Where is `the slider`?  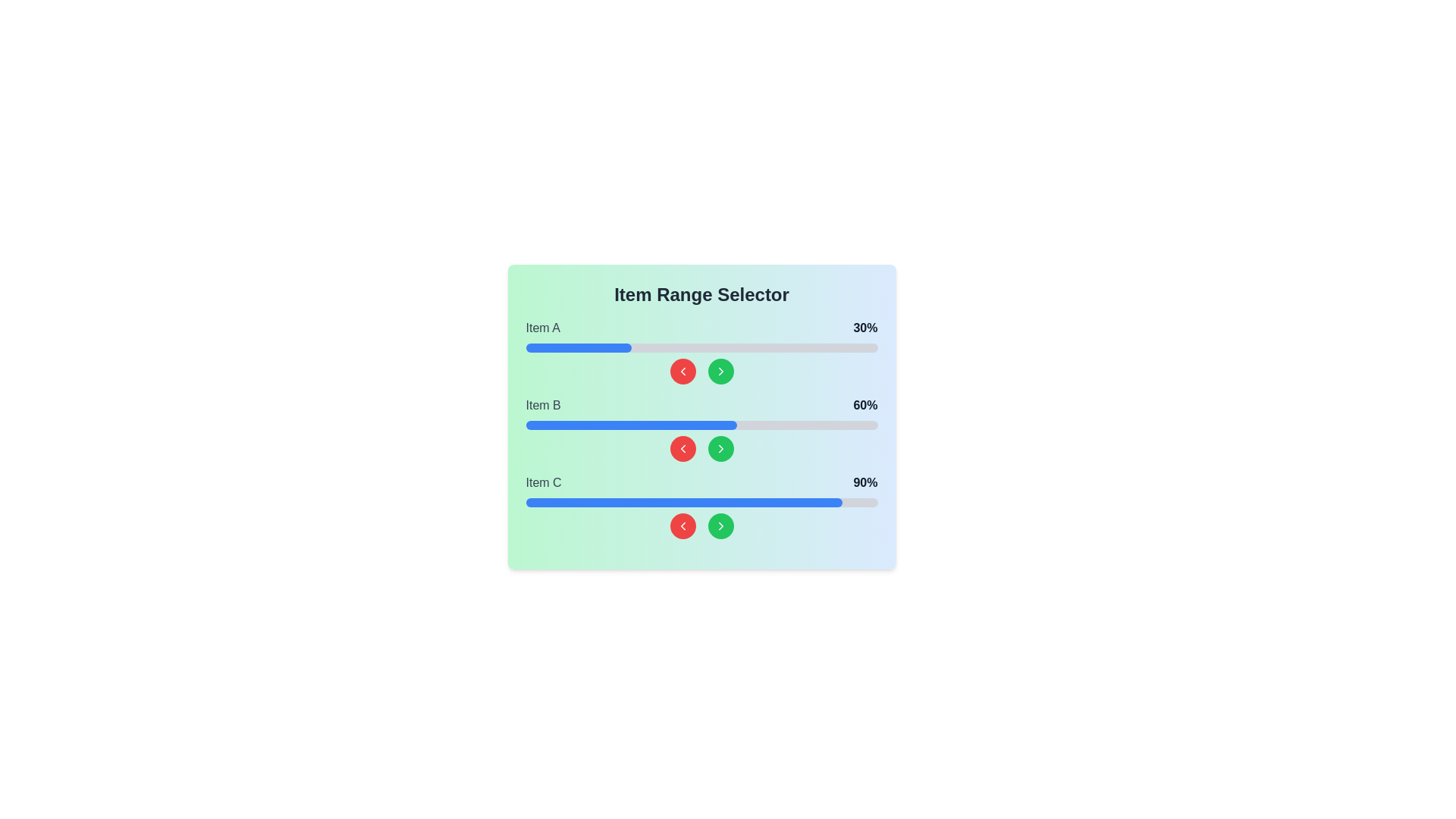 the slider is located at coordinates (799, 425).